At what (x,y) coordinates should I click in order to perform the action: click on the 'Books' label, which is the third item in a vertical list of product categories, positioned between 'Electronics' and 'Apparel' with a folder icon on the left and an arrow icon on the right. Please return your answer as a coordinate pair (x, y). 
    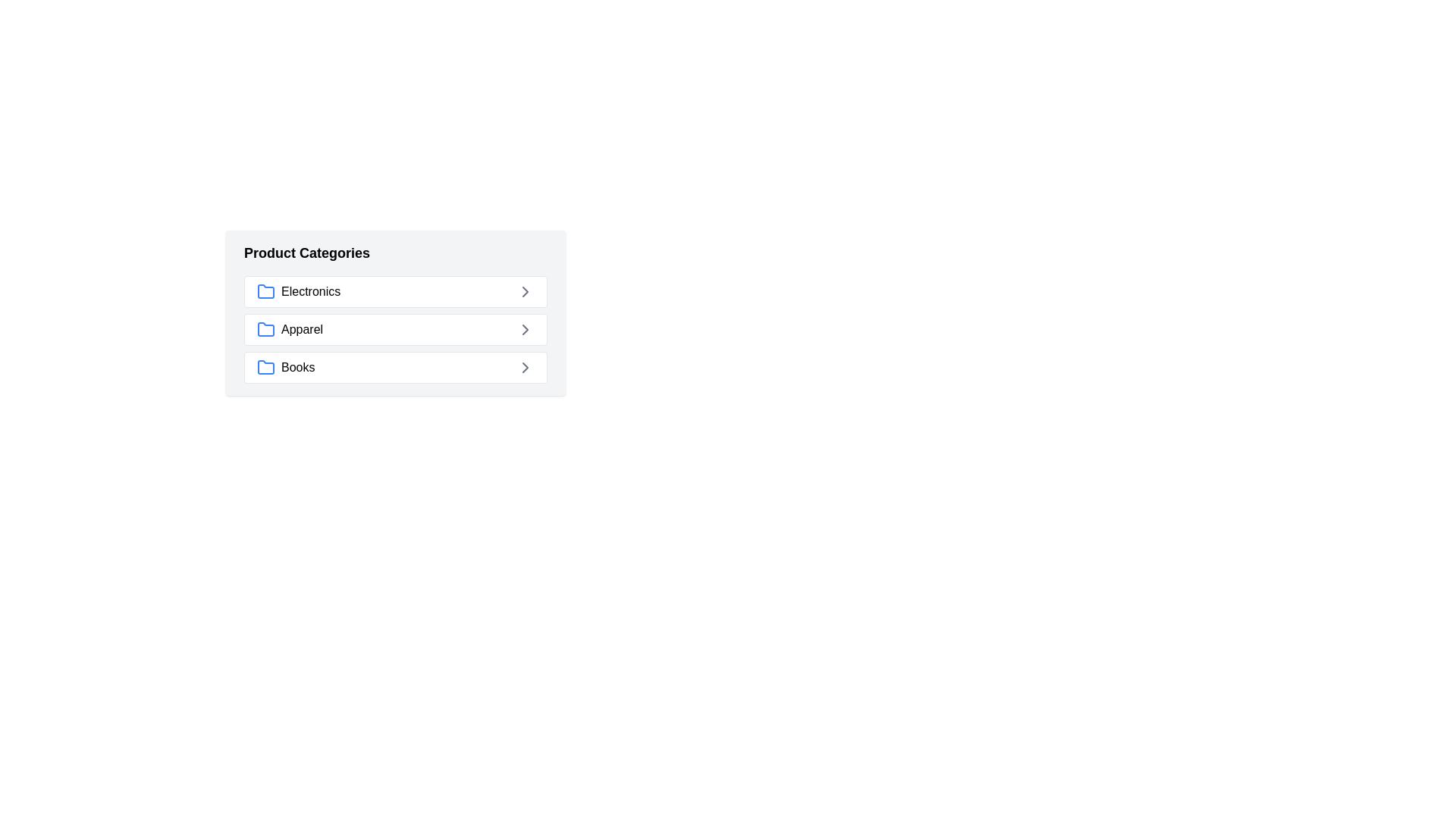
    Looking at the image, I should click on (298, 368).